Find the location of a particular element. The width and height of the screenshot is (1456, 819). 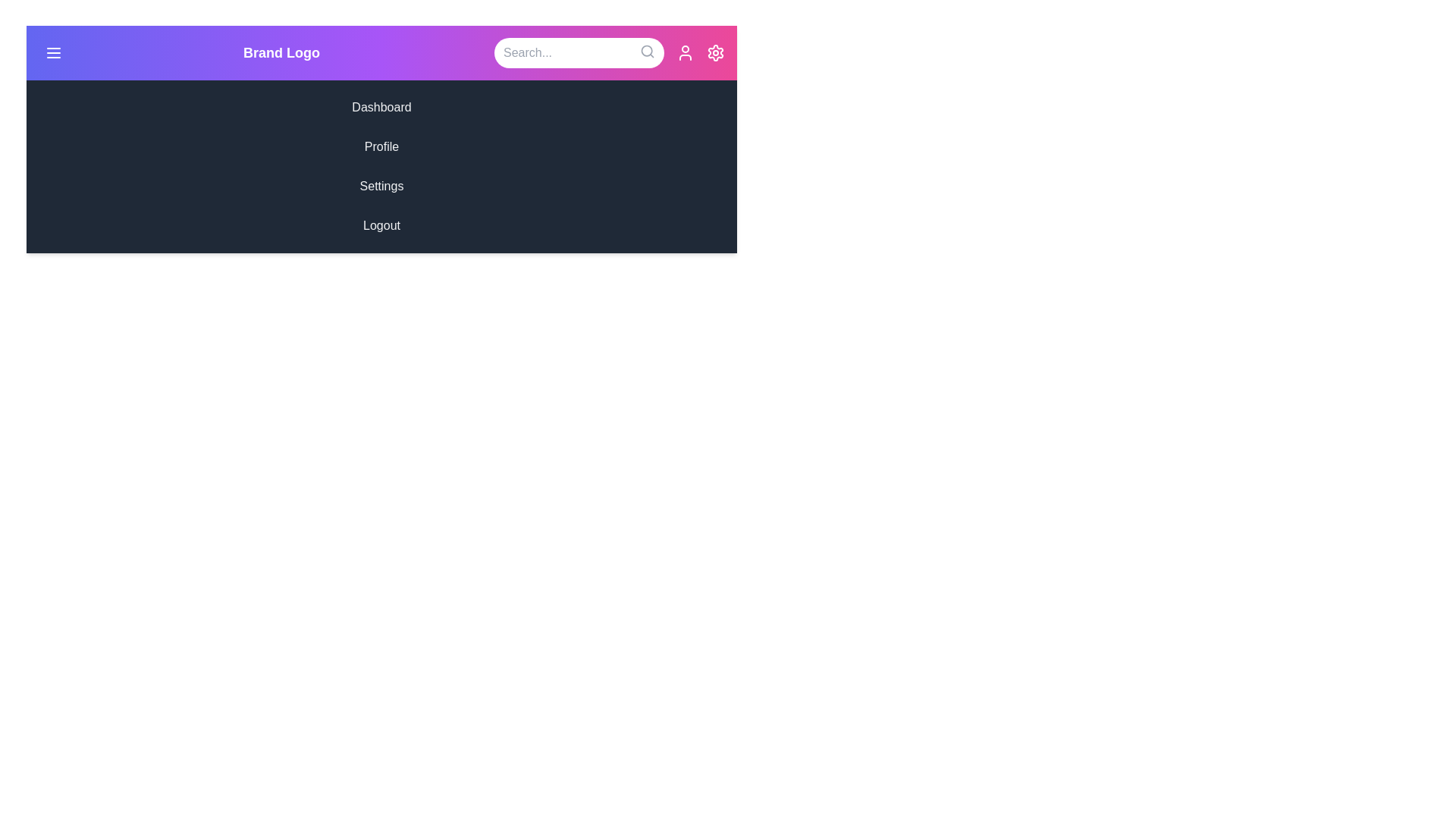

the user icon is located at coordinates (684, 52).